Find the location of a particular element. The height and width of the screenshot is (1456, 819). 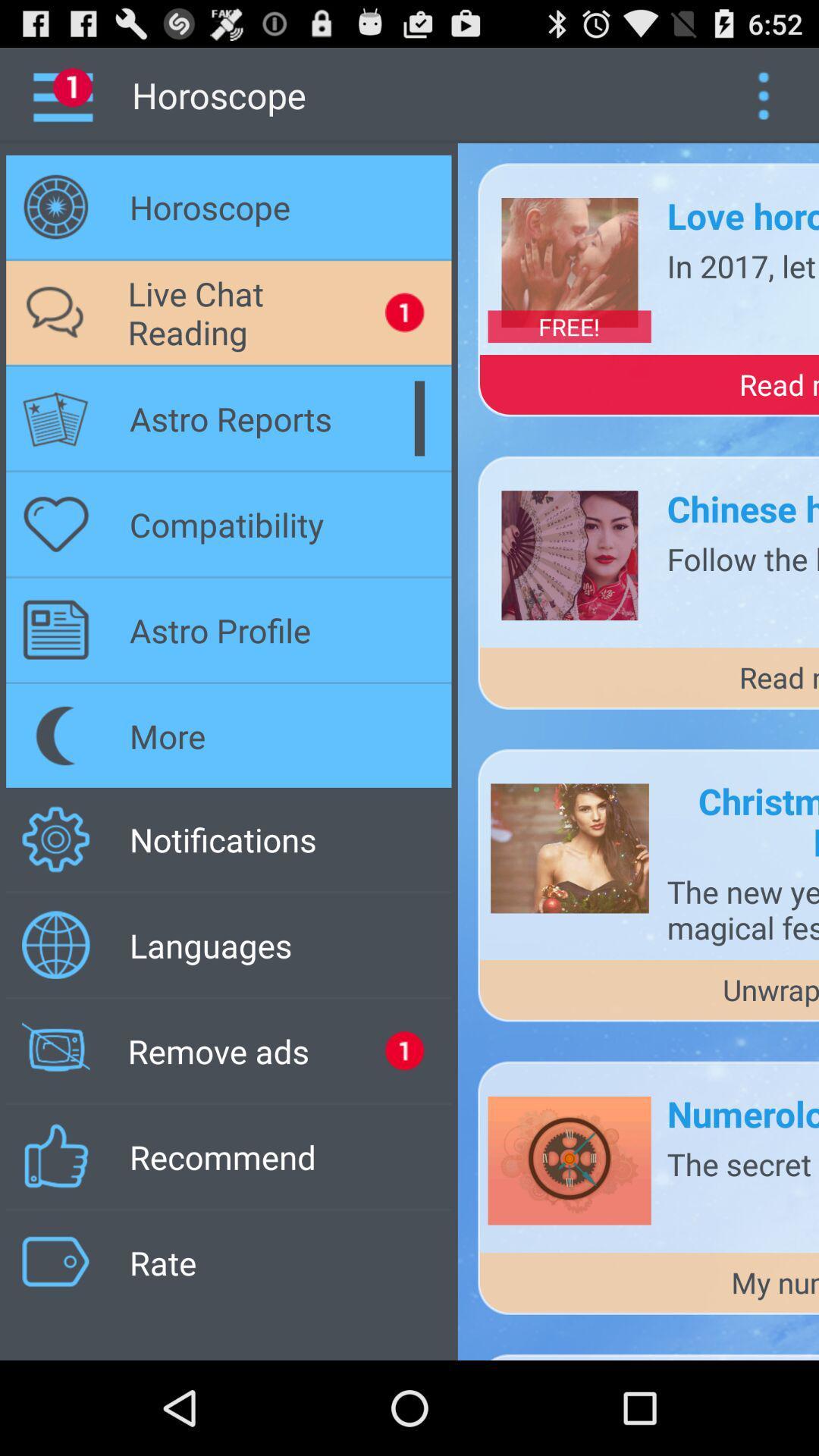

the the secret code item is located at coordinates (742, 1163).